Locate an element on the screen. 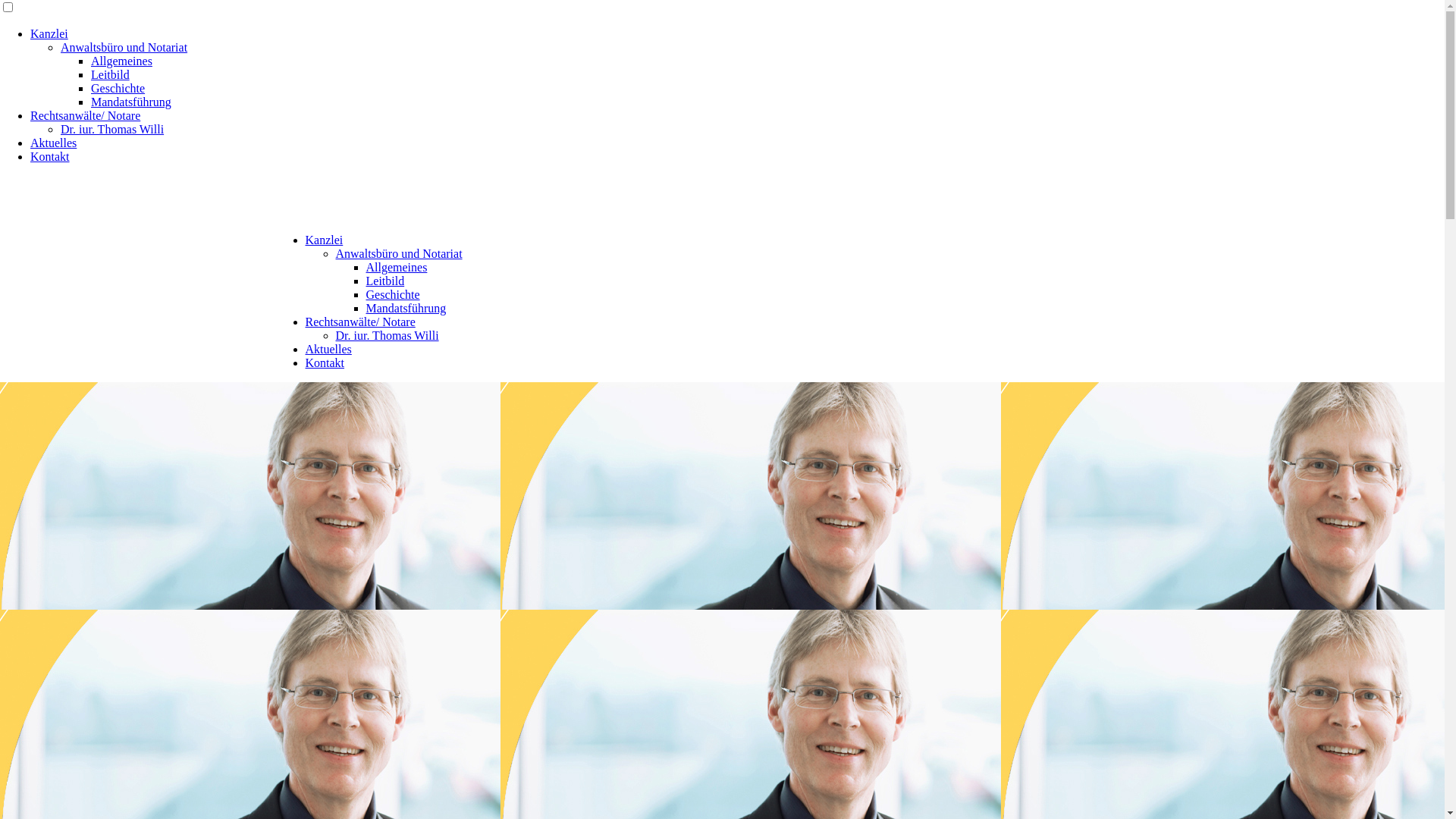 The image size is (1456, 819). 'Allgemeines' is located at coordinates (121, 60).